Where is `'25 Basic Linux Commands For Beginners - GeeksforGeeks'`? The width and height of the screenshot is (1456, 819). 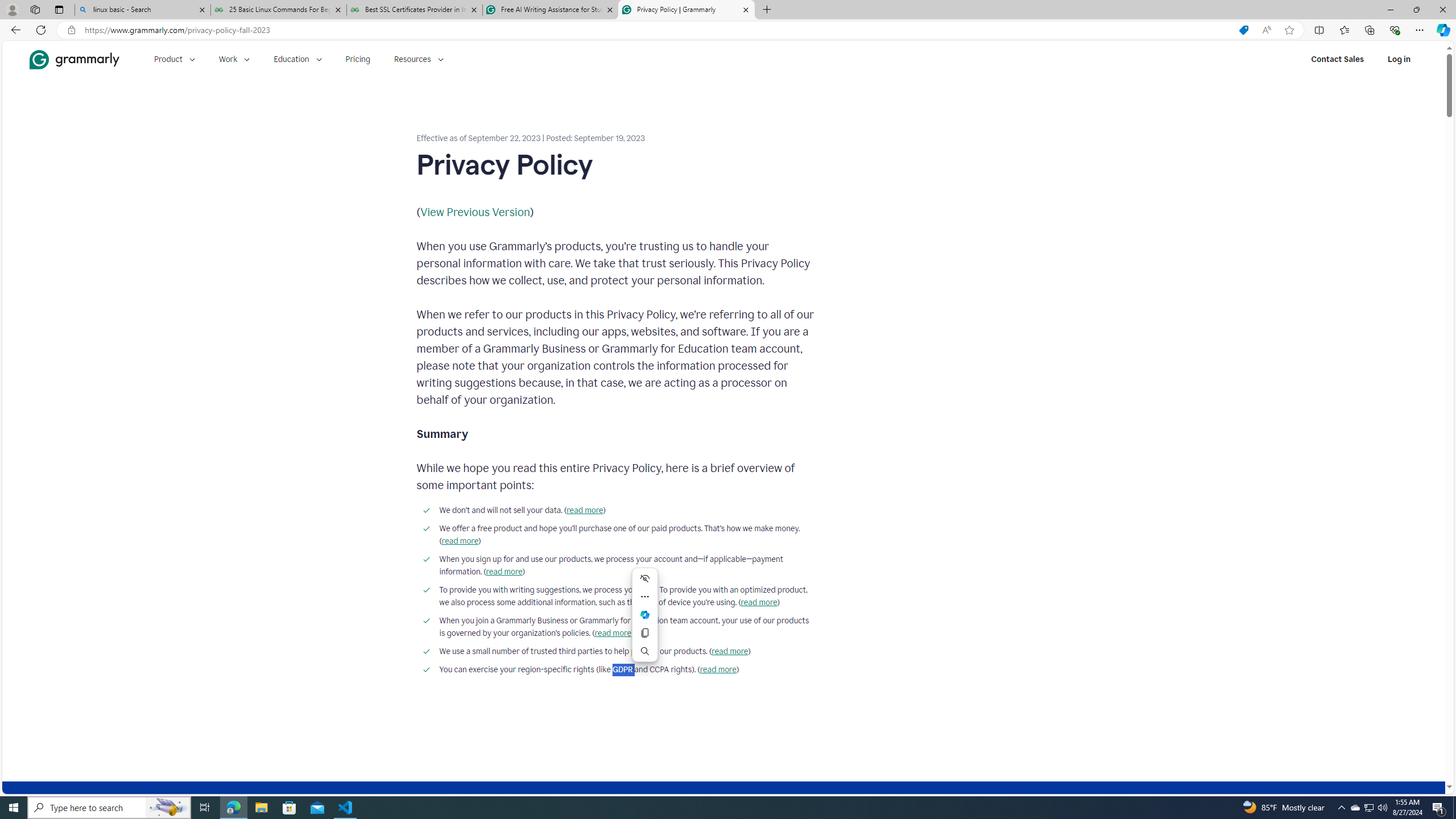
'25 Basic Linux Commands For Beginners - GeeksforGeeks' is located at coordinates (278, 9).